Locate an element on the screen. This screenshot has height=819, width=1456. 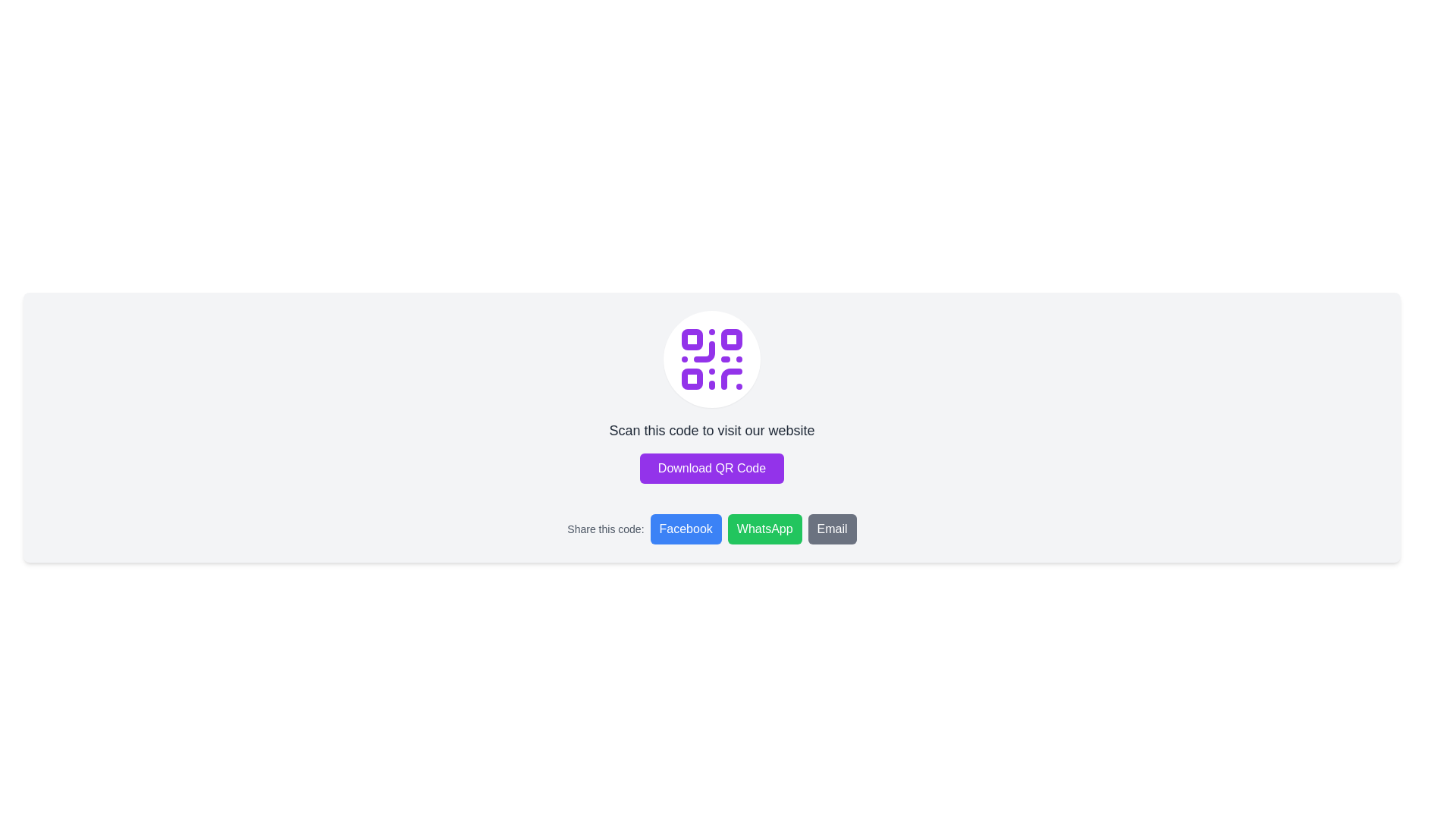
the 'Email' button, which is a rectangular button with a gray background and white text, positioned as the third button in a row below 'Share this code:' is located at coordinates (831, 529).